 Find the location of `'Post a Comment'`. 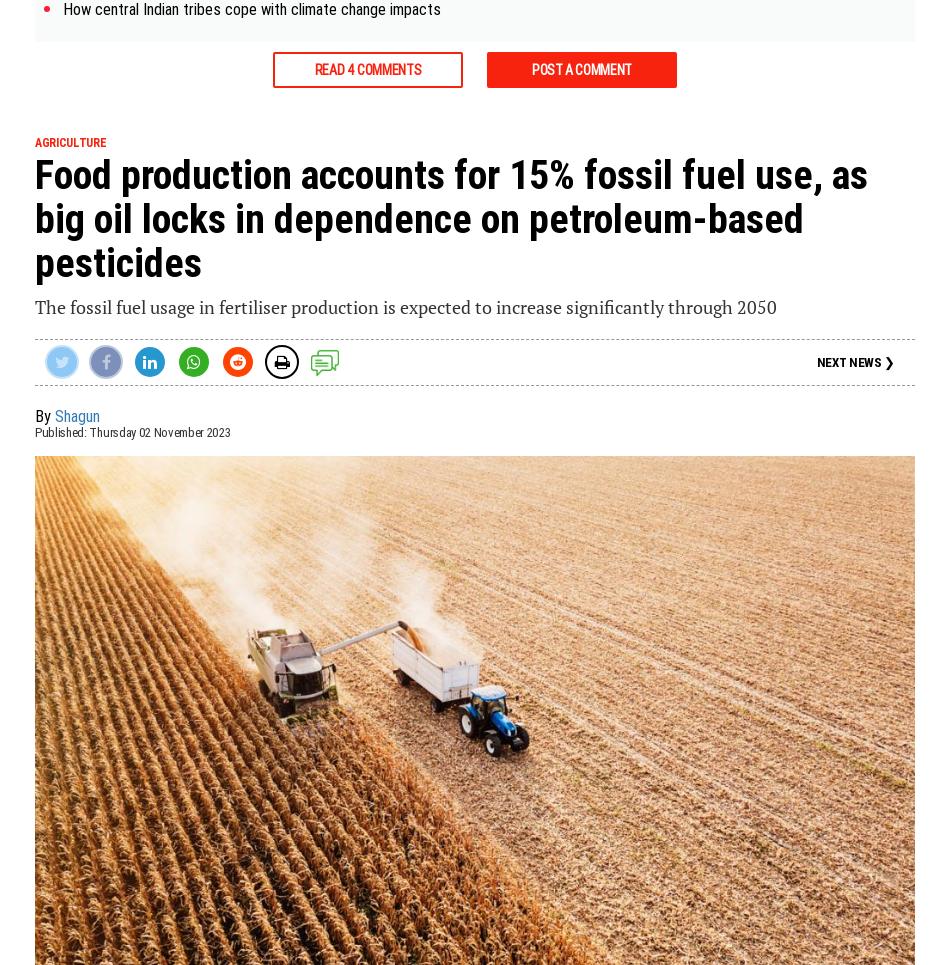

'Post a Comment' is located at coordinates (581, 68).